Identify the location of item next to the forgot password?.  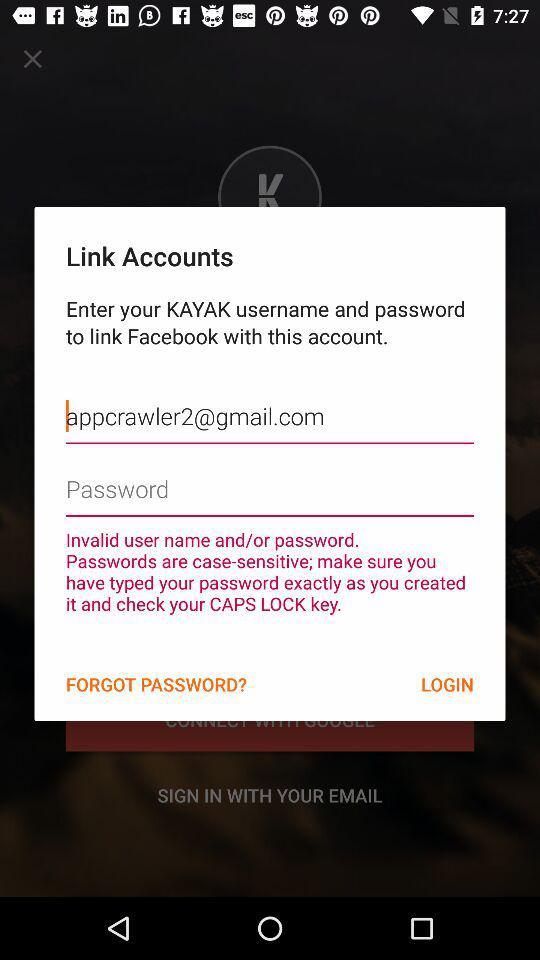
(447, 684).